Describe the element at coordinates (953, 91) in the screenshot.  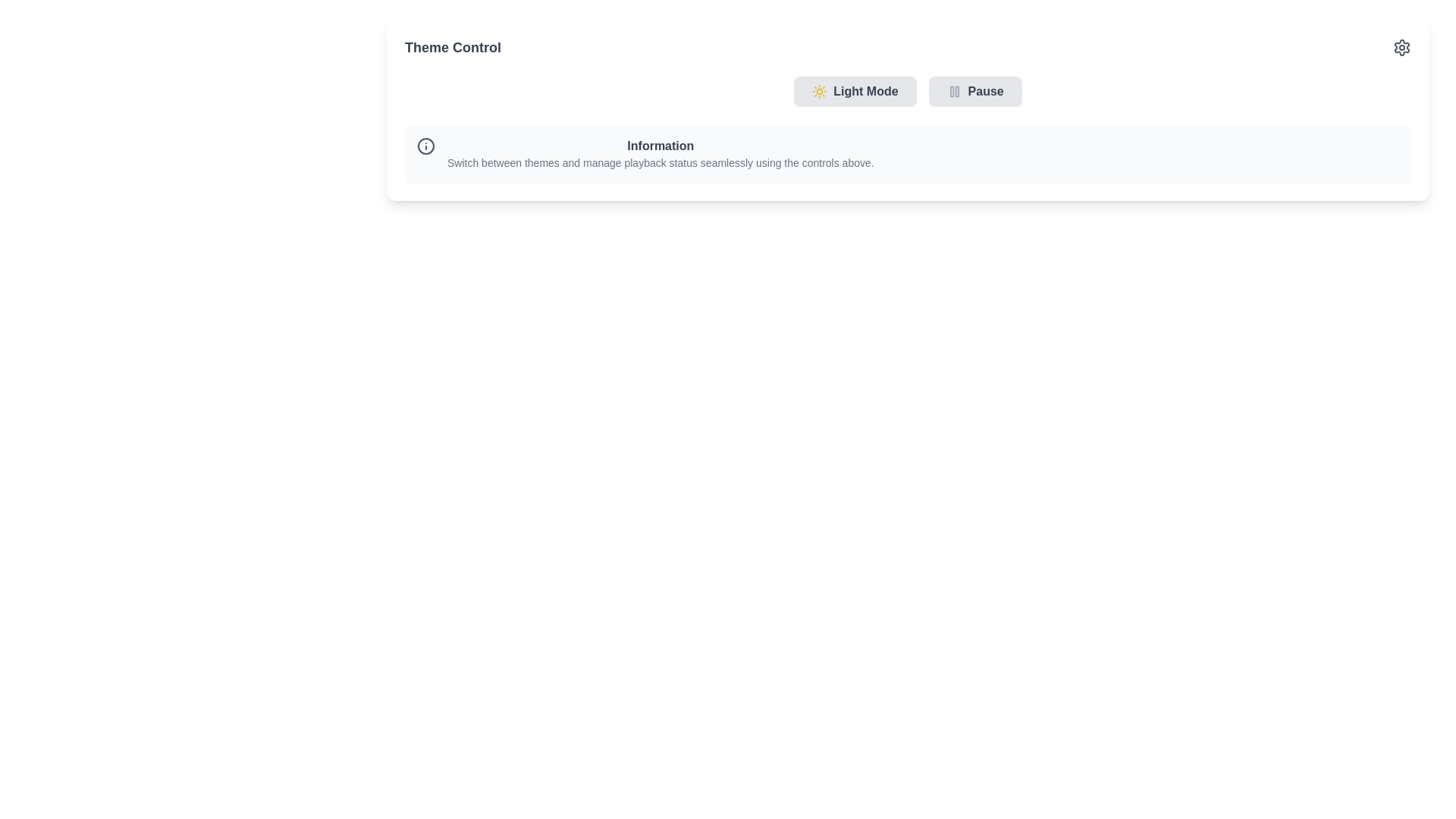
I see `the pause icon located within the 'Pause' button, which is to the right of the 'Light Mode' button in the top right section of the interface` at that location.